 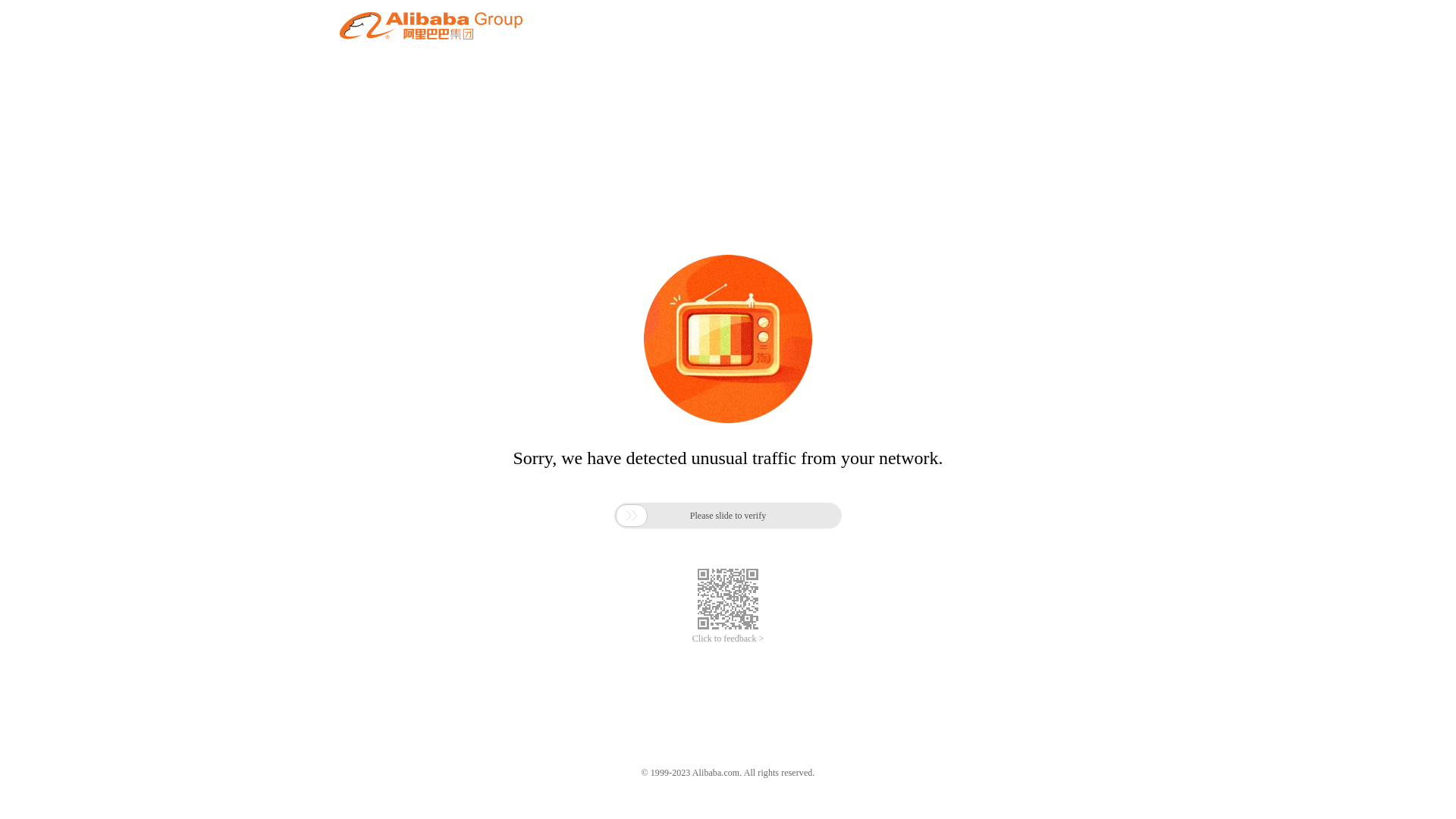 I want to click on 'Click to feedback >', so click(x=728, y=639).